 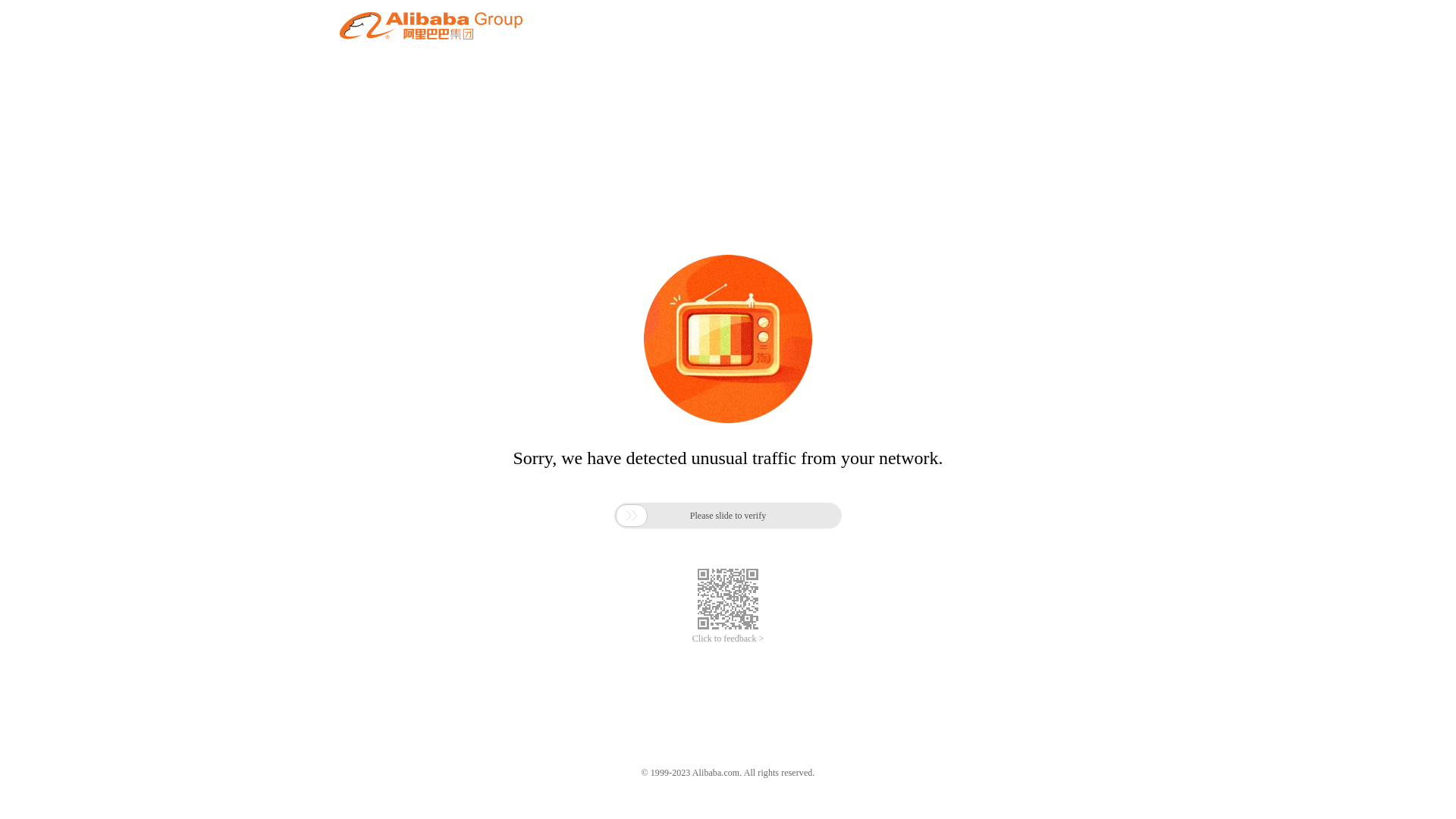 I want to click on 'Click to feedback >', so click(x=728, y=639).